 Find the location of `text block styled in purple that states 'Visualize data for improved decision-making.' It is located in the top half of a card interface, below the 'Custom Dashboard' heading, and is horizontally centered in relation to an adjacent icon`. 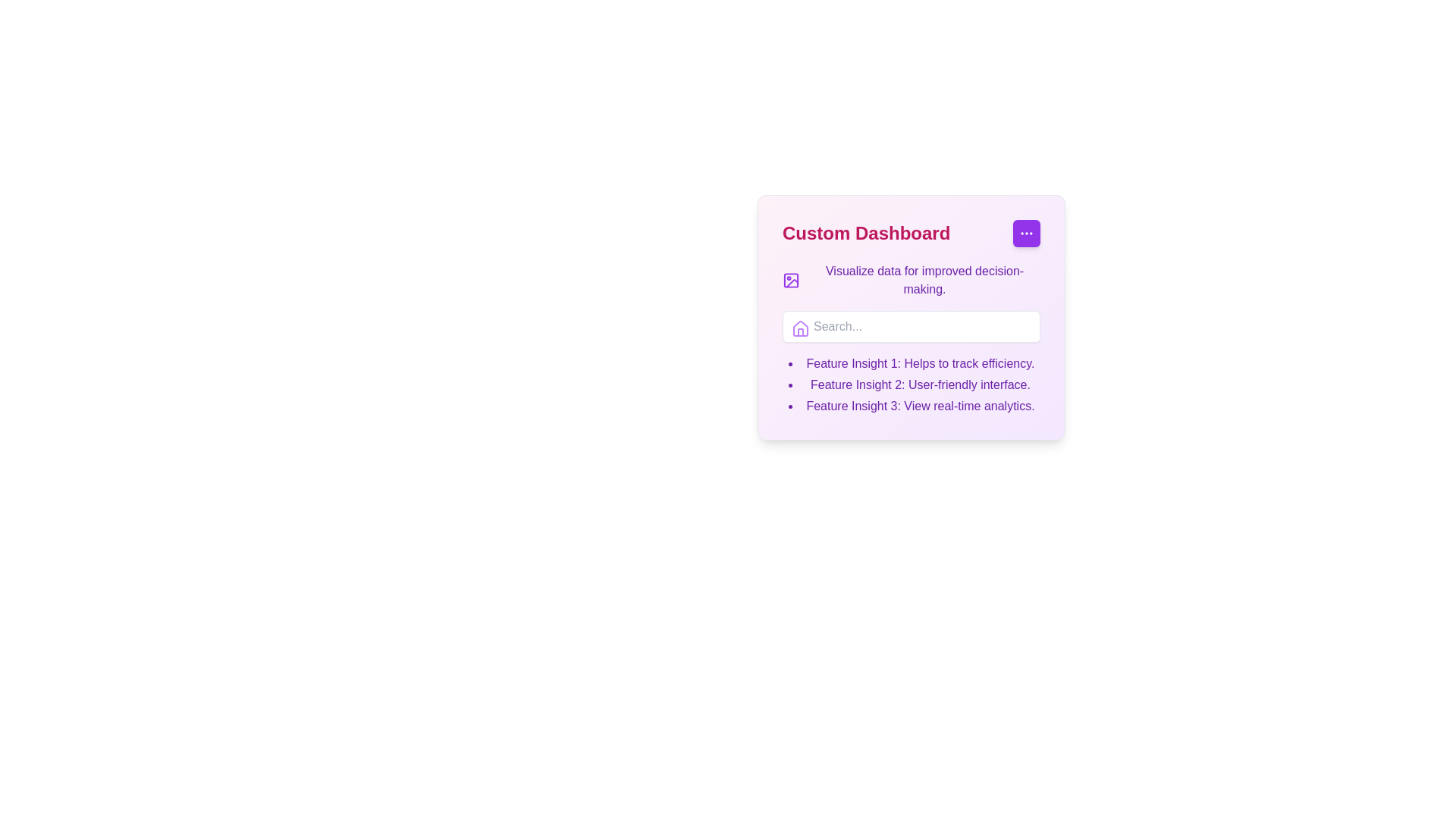

text block styled in purple that states 'Visualize data for improved decision-making.' It is located in the top half of a card interface, below the 'Custom Dashboard' heading, and is horizontally centered in relation to an adjacent icon is located at coordinates (924, 281).